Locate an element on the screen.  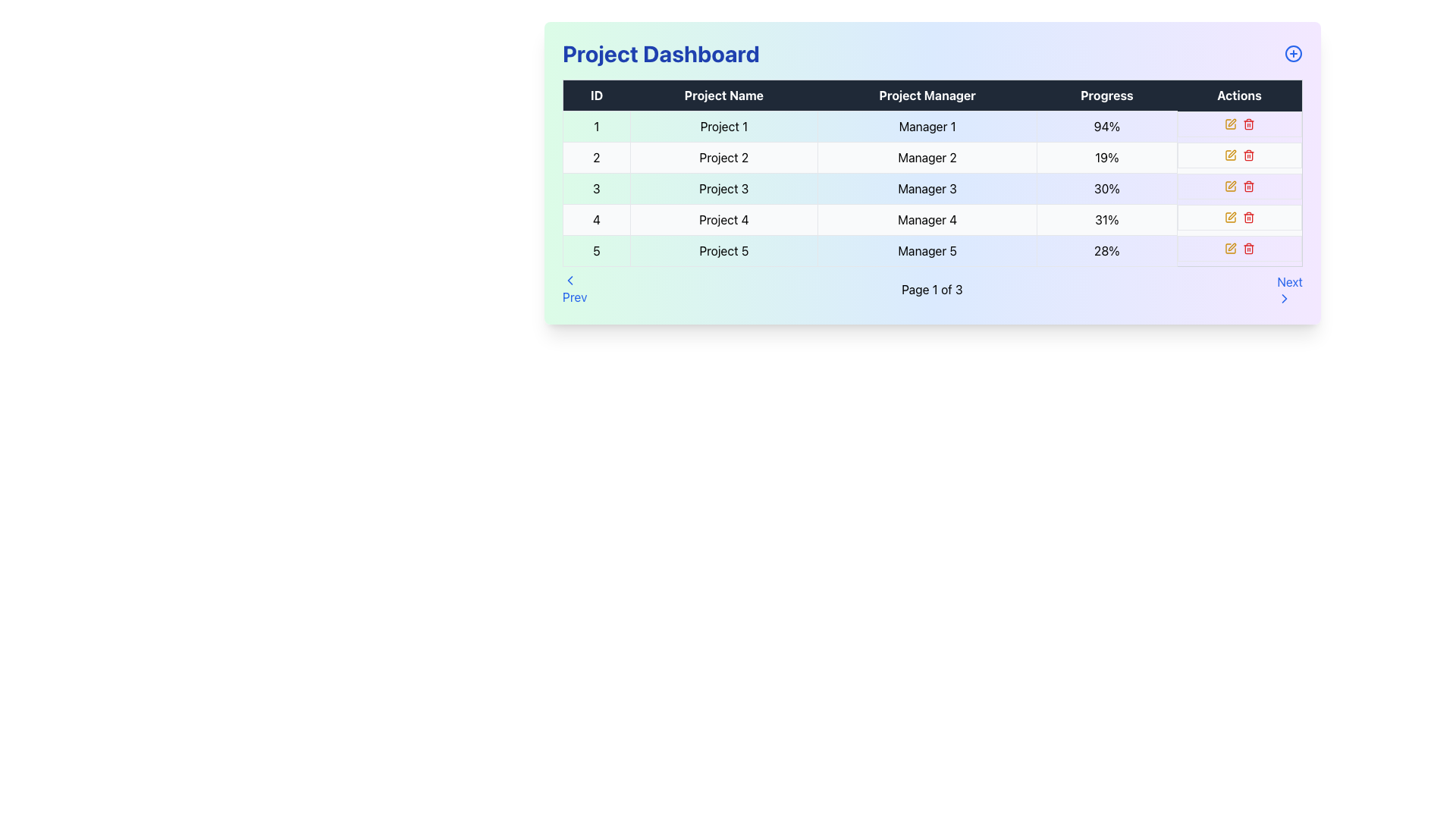
the specific cell in the second row of the project summary table for 'Project 2' to interact with its content is located at coordinates (931, 158).